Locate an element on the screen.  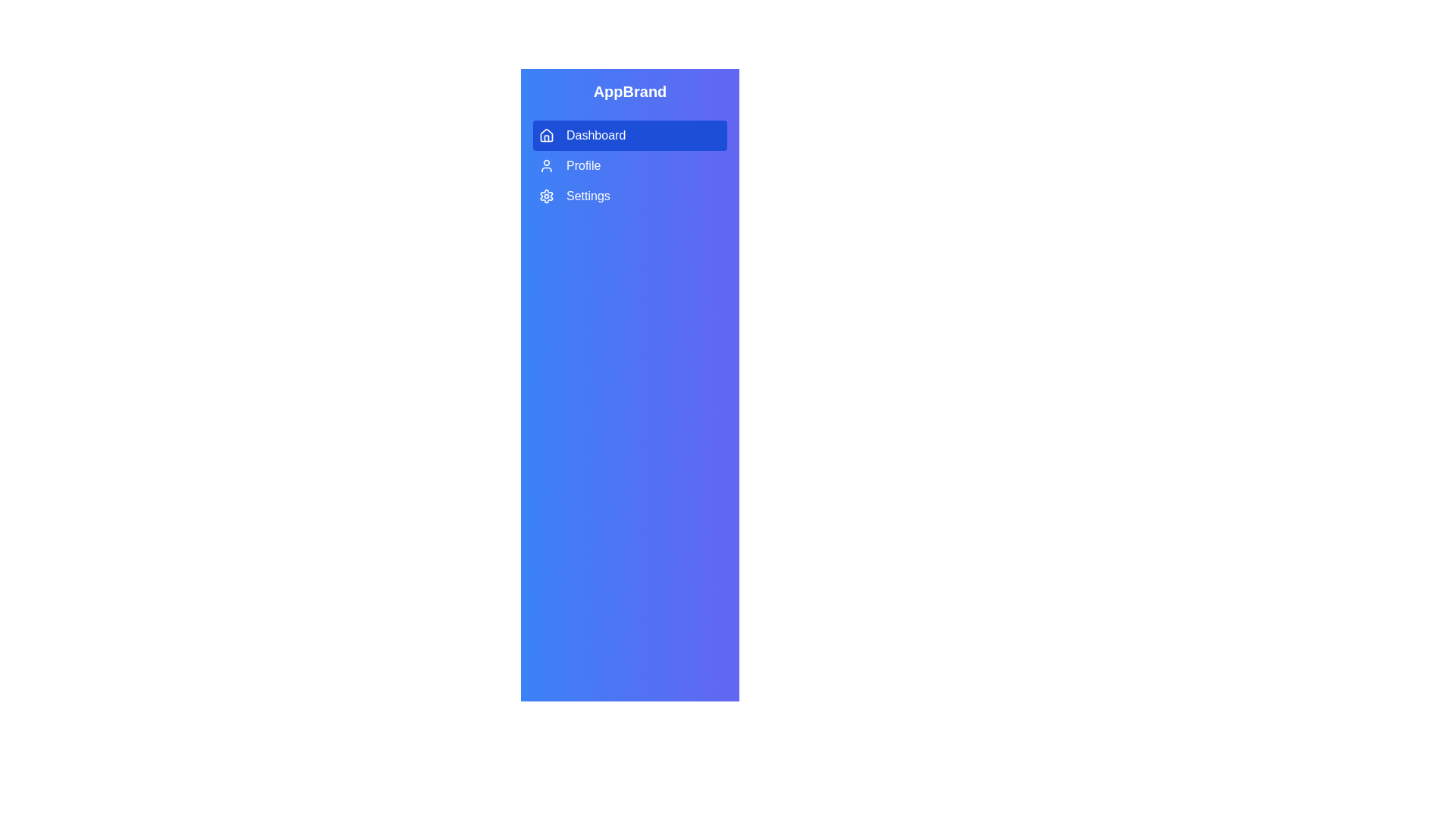
the 'Settings' icon located at the bottom of the vertical sidebar is located at coordinates (546, 195).